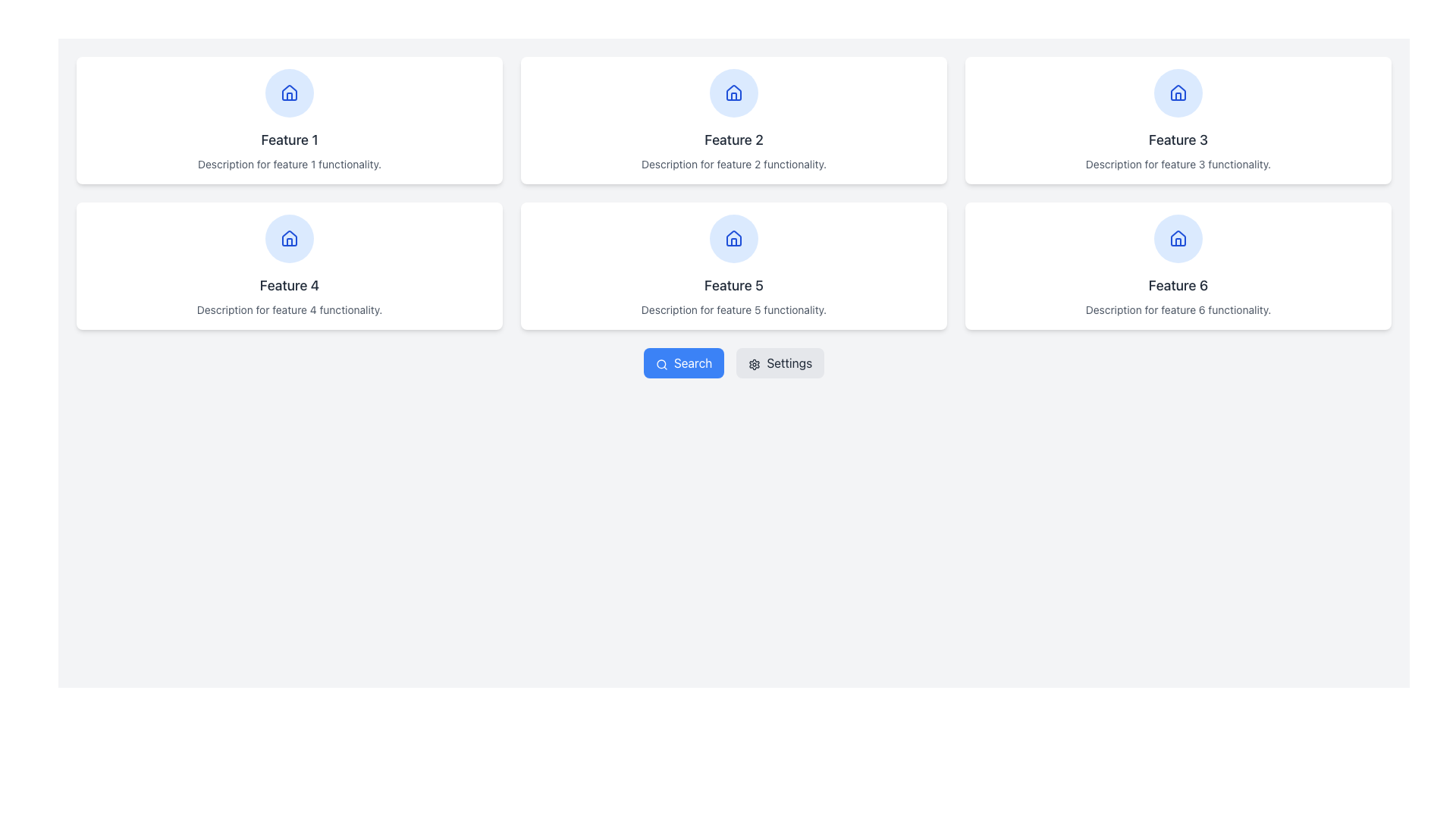 Image resolution: width=1456 pixels, height=819 pixels. What do you see at coordinates (290, 239) in the screenshot?
I see `the graphical icon representing 'Feature 4' located at the top center of the panel labeled 'Feature 4' to visually associate it with the feature's functionality` at bounding box center [290, 239].